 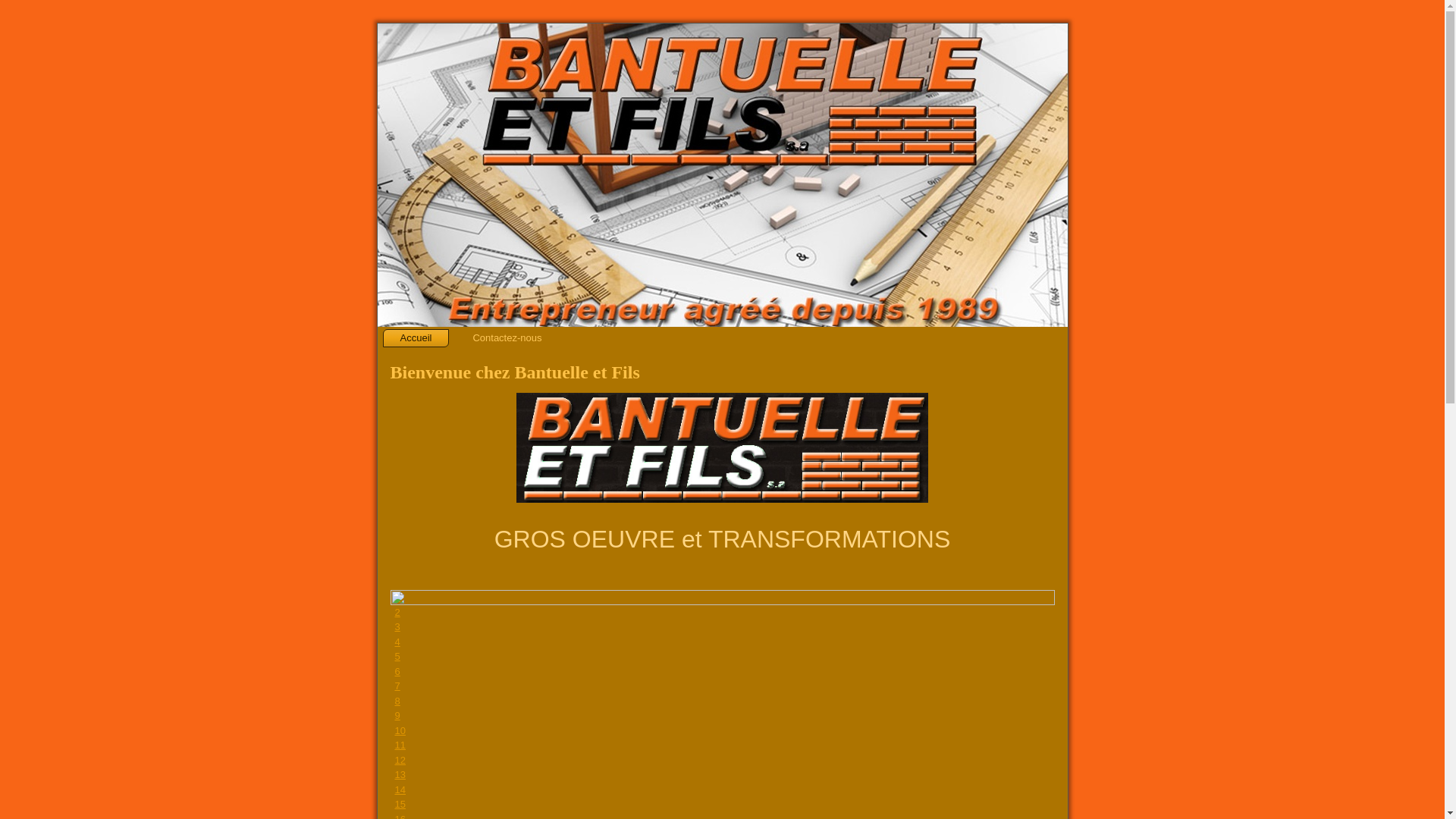 What do you see at coordinates (400, 803) in the screenshot?
I see `'15'` at bounding box center [400, 803].